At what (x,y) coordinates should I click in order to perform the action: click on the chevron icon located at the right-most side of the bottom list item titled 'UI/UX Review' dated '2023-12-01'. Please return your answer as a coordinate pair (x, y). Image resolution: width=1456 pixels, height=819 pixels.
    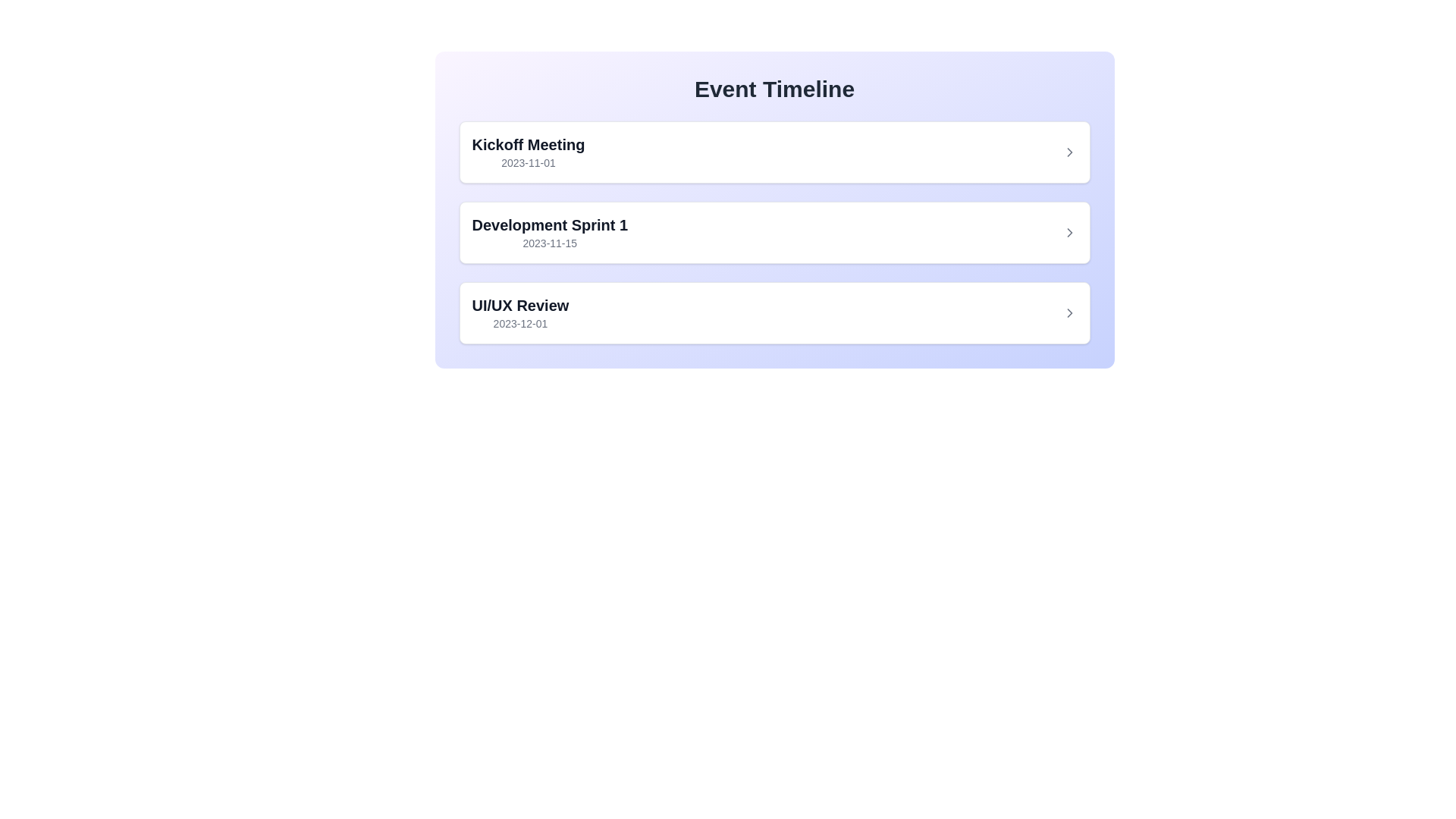
    Looking at the image, I should click on (1068, 312).